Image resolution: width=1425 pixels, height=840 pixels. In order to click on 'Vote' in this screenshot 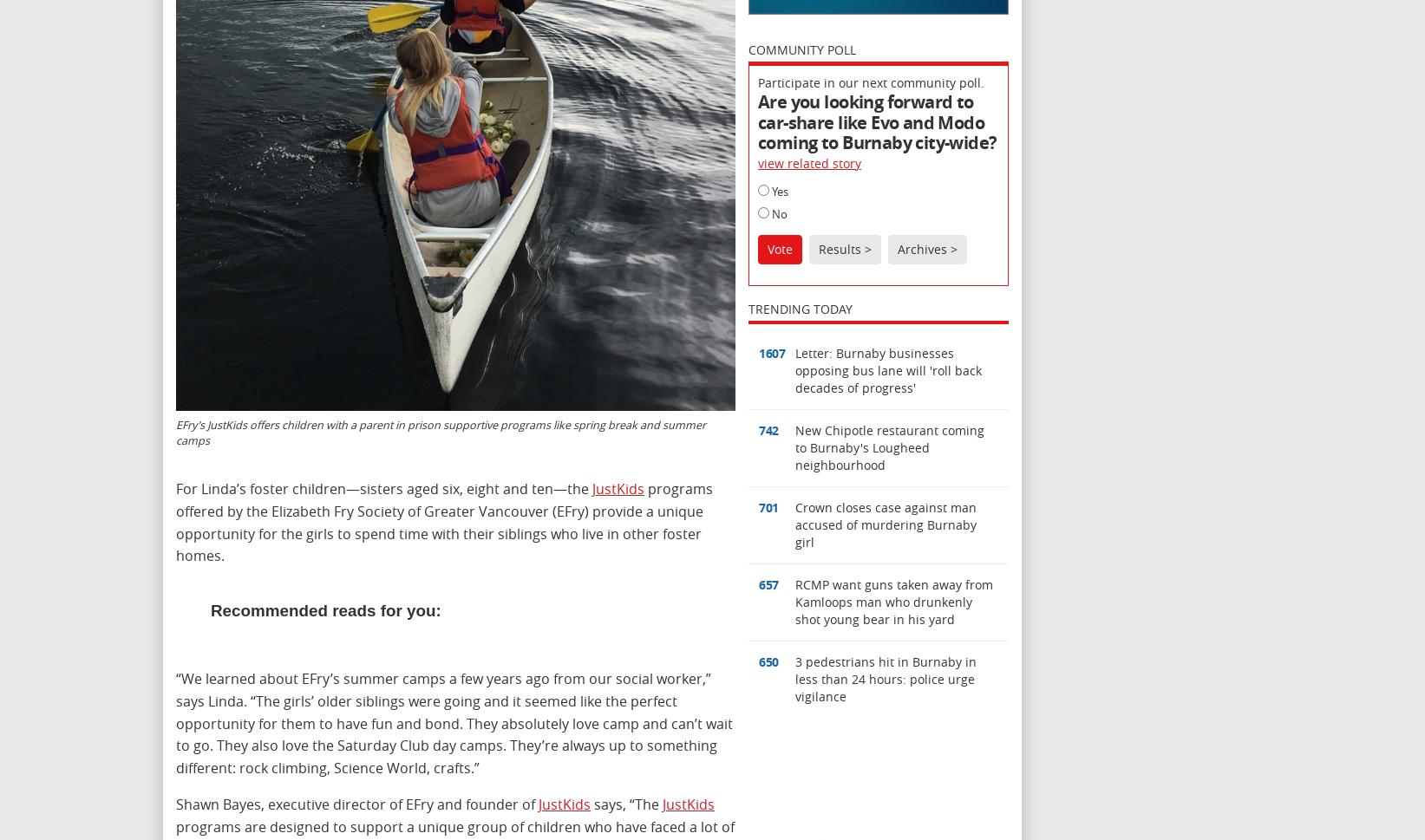, I will do `click(779, 249)`.